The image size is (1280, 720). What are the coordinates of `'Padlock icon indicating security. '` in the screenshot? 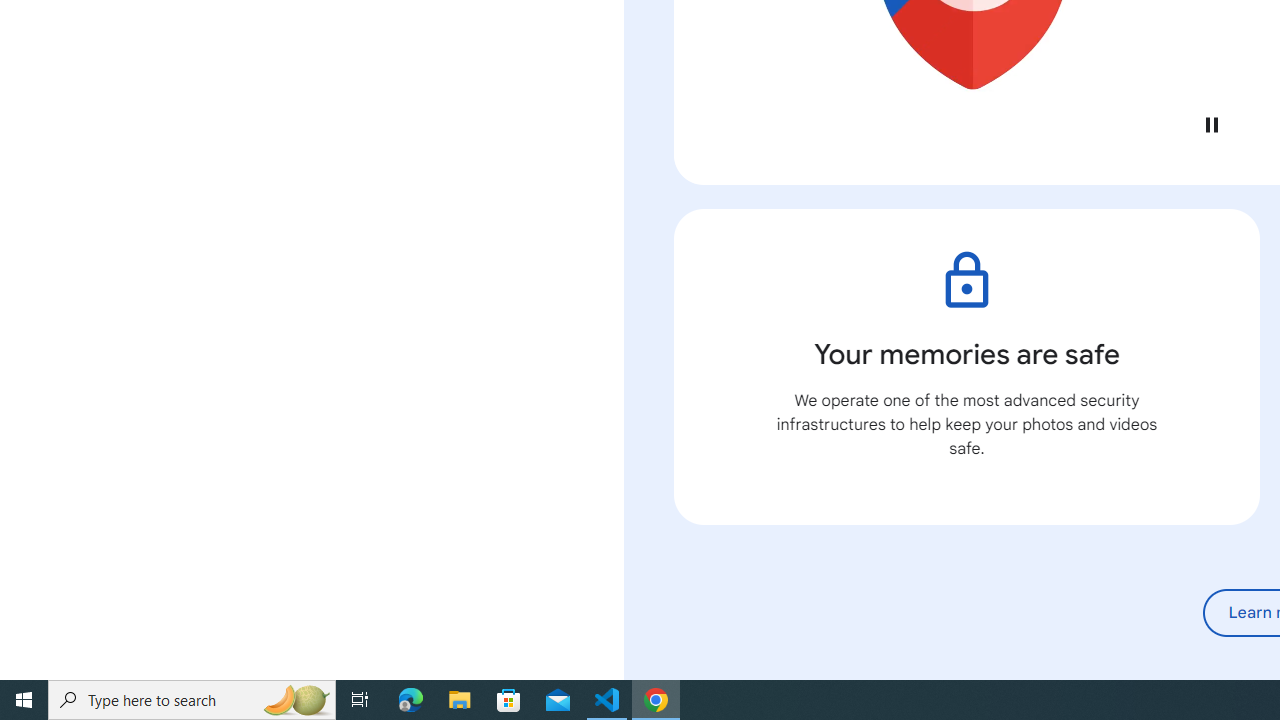 It's located at (966, 280).